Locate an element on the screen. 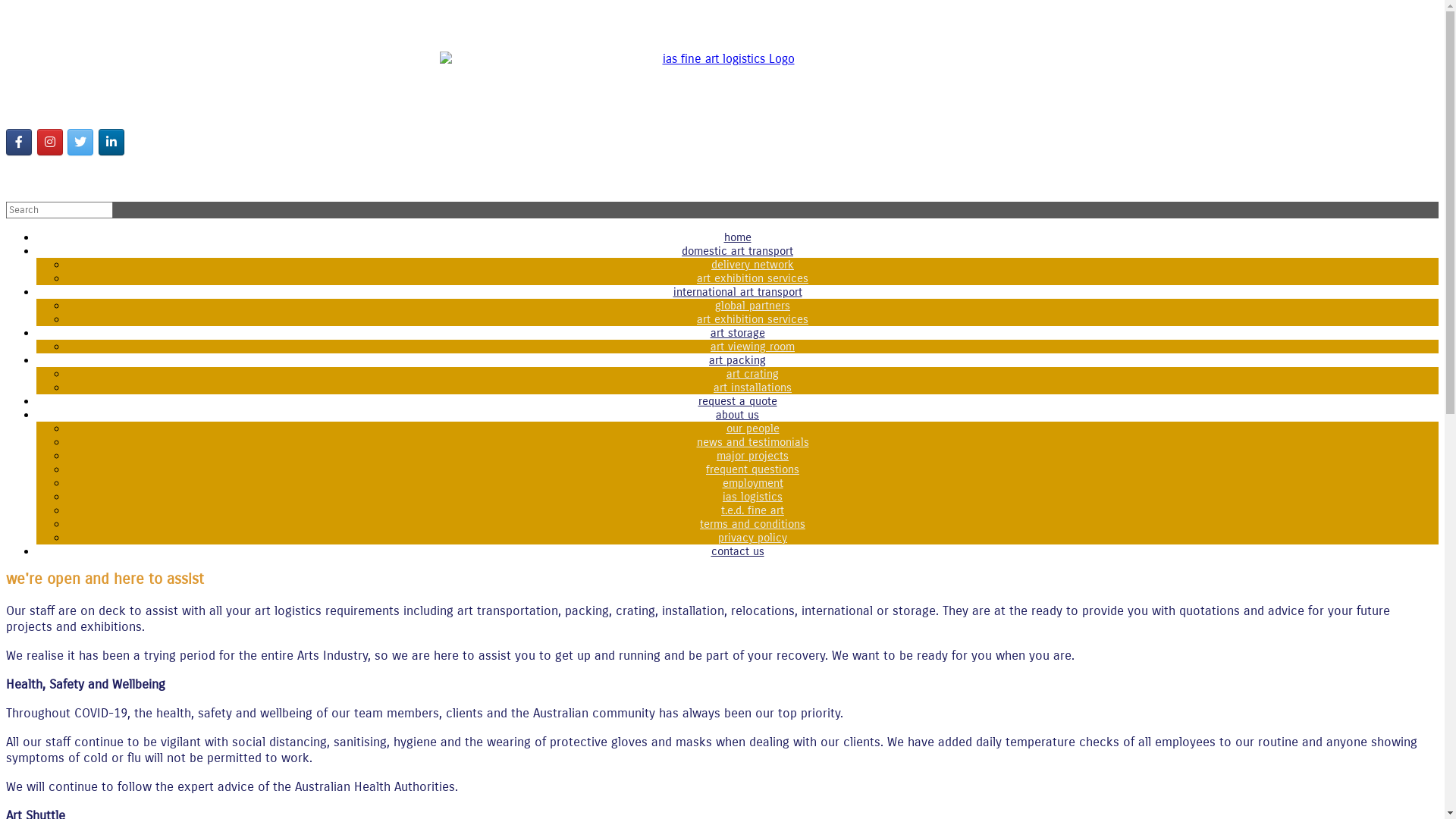  'Follow us' is located at coordinates (6, 142).